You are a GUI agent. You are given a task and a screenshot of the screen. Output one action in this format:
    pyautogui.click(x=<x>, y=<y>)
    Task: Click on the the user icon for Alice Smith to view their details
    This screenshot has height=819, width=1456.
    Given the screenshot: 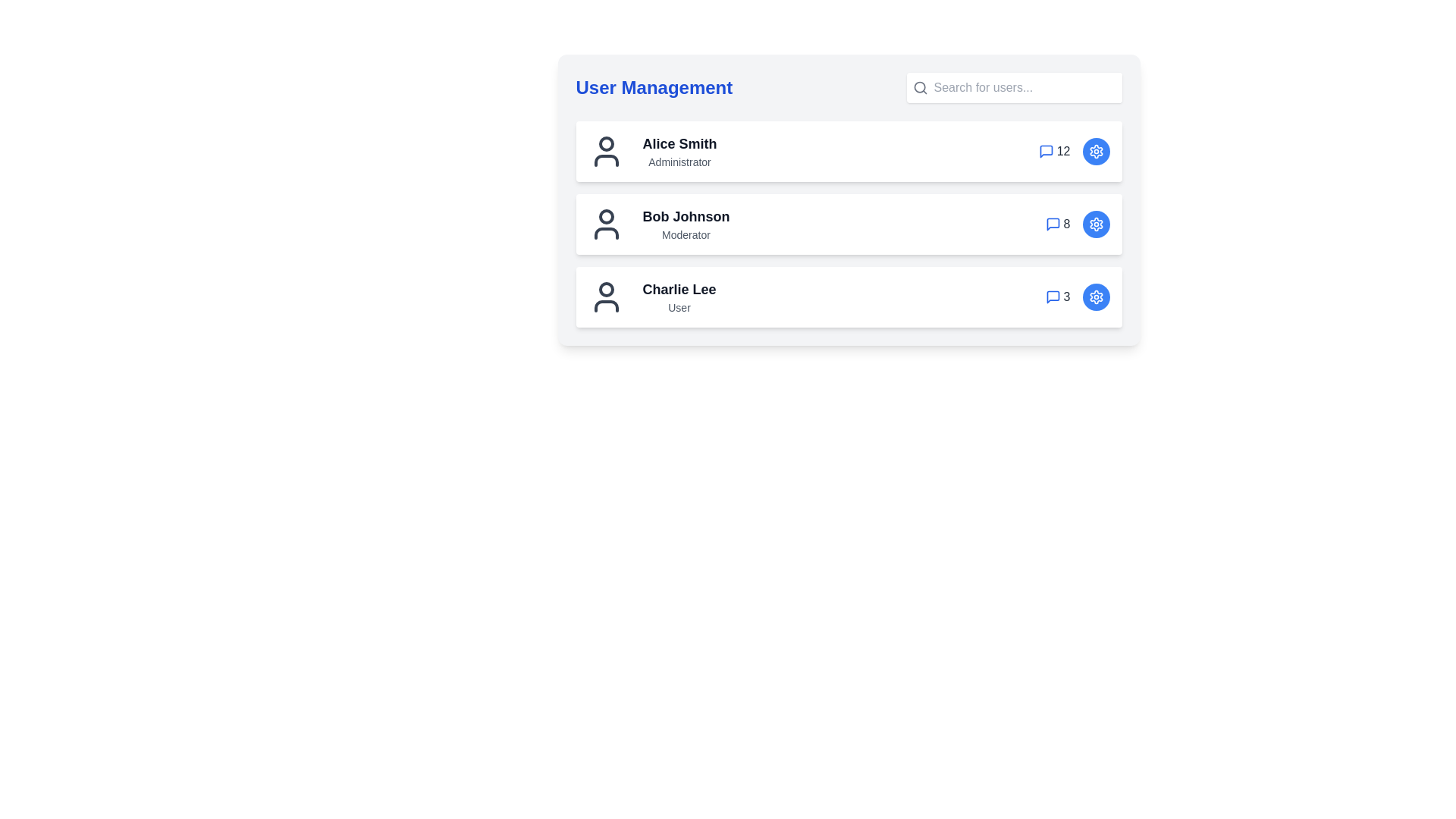 What is the action you would take?
    pyautogui.click(x=605, y=152)
    